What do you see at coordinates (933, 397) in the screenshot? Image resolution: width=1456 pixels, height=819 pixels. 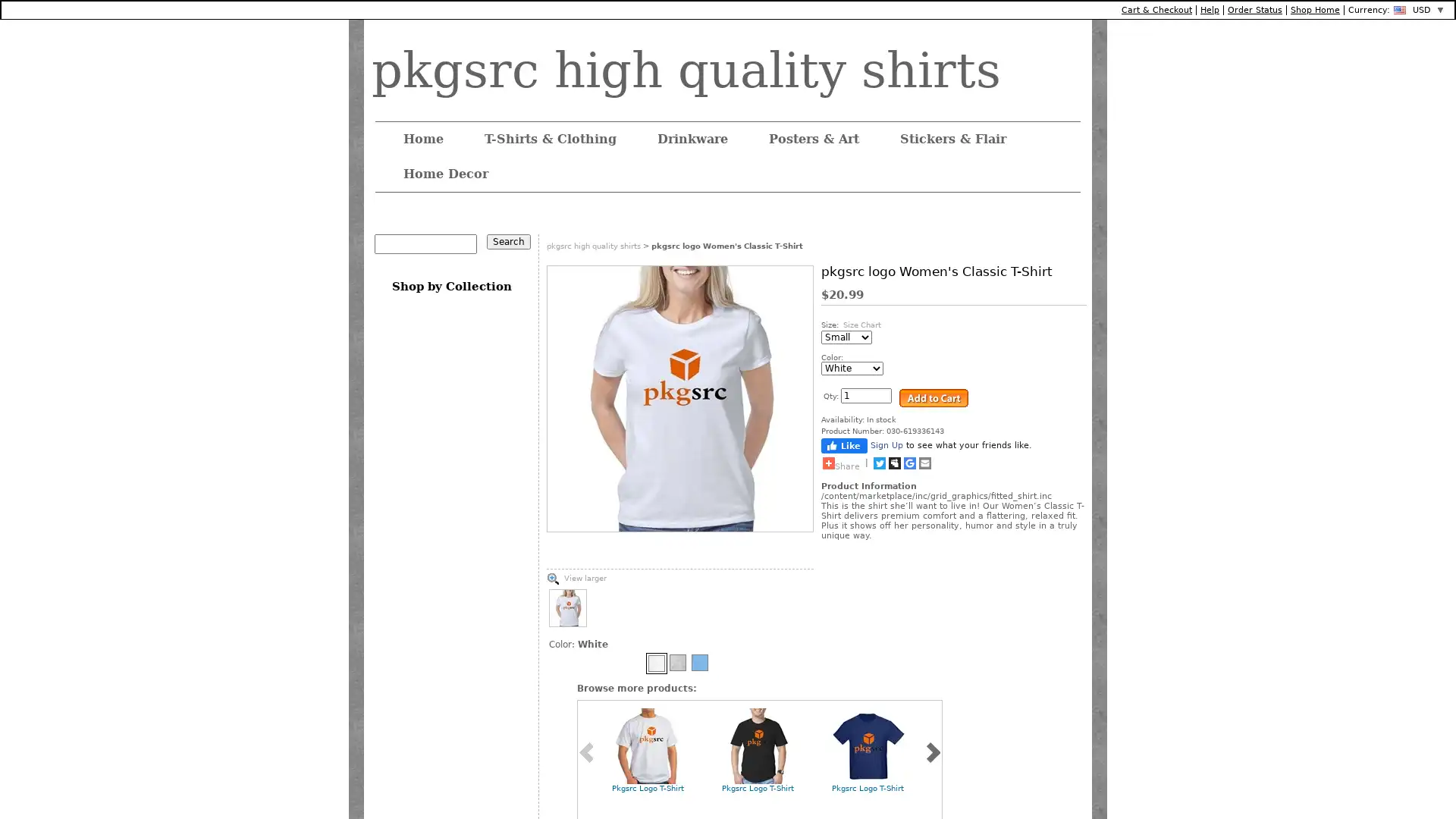 I see `Add to Cart` at bounding box center [933, 397].